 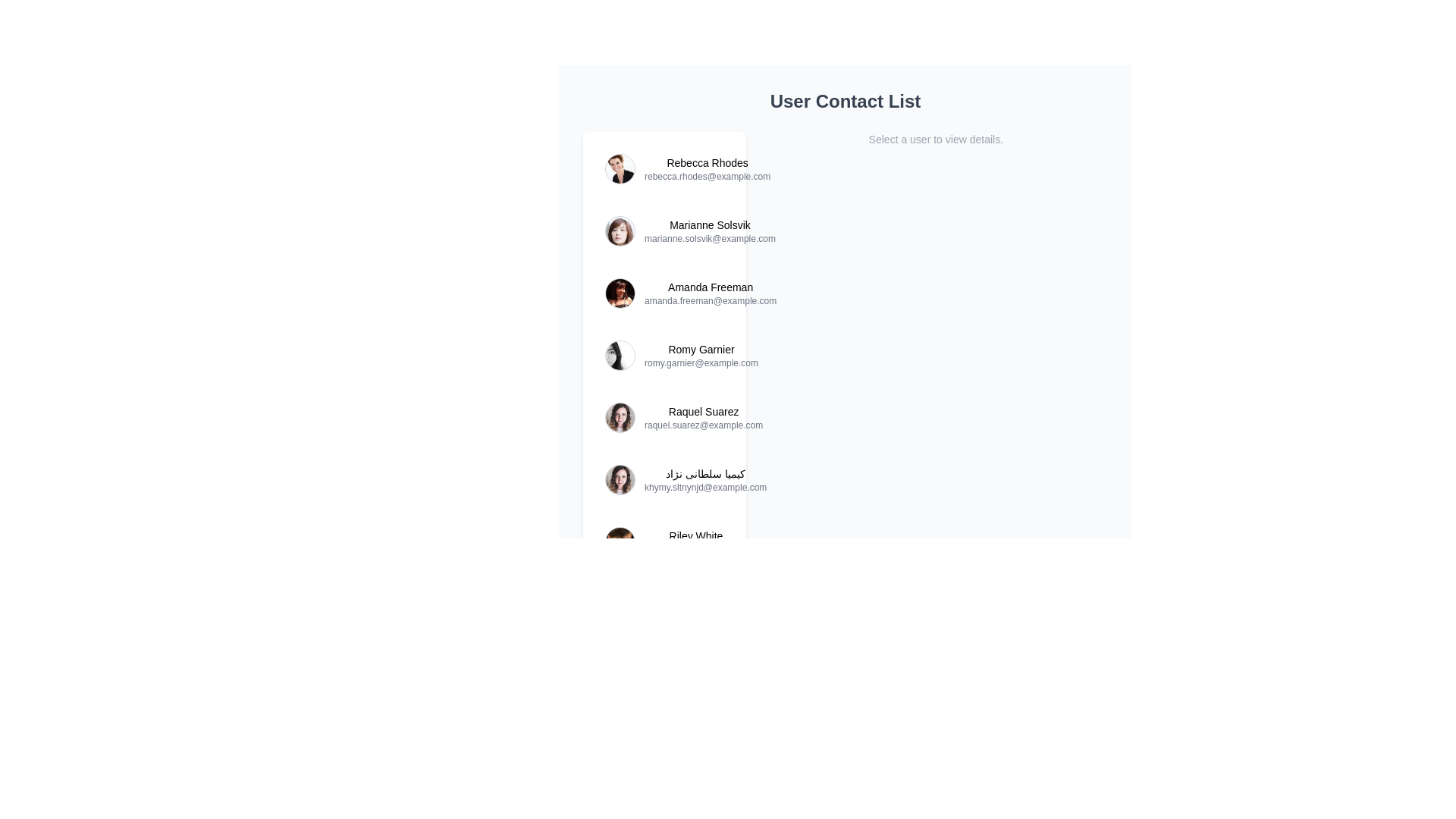 I want to click on the email address 'raquel.suarez@example.com' displayed in gray font beneath 'Raquel Suarez' in the User Contact List, so click(x=703, y=425).